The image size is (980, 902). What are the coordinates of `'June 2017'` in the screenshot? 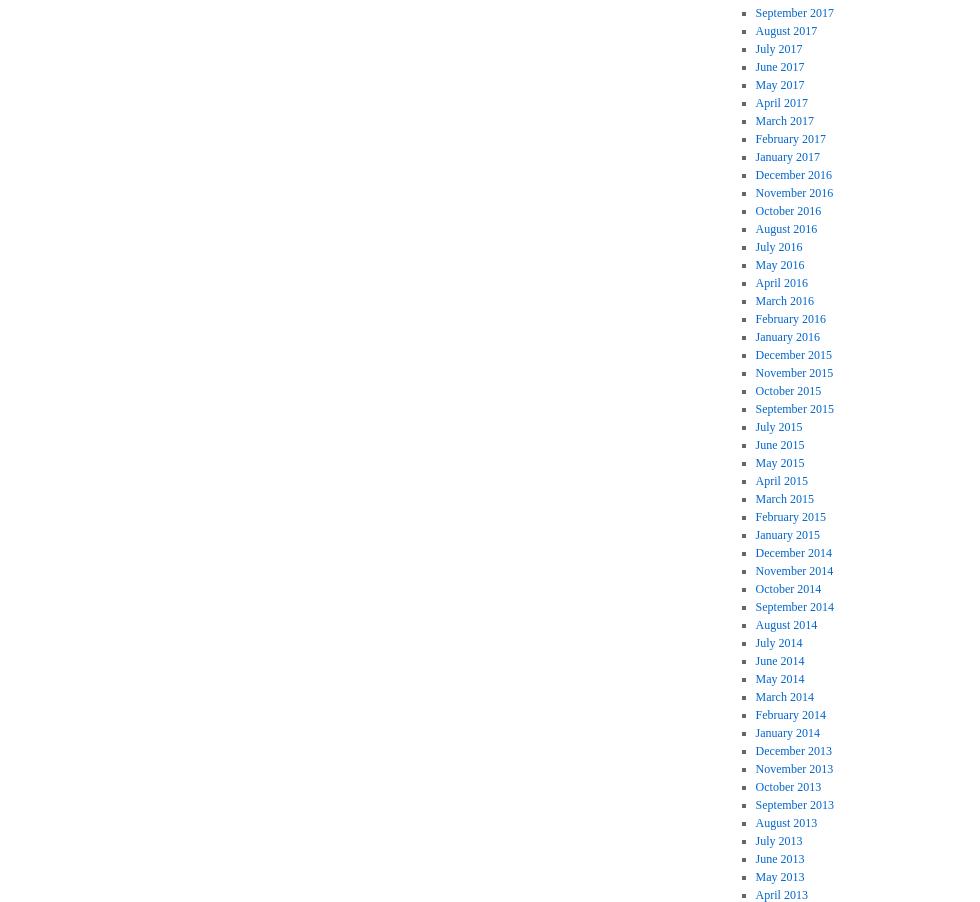 It's located at (779, 65).